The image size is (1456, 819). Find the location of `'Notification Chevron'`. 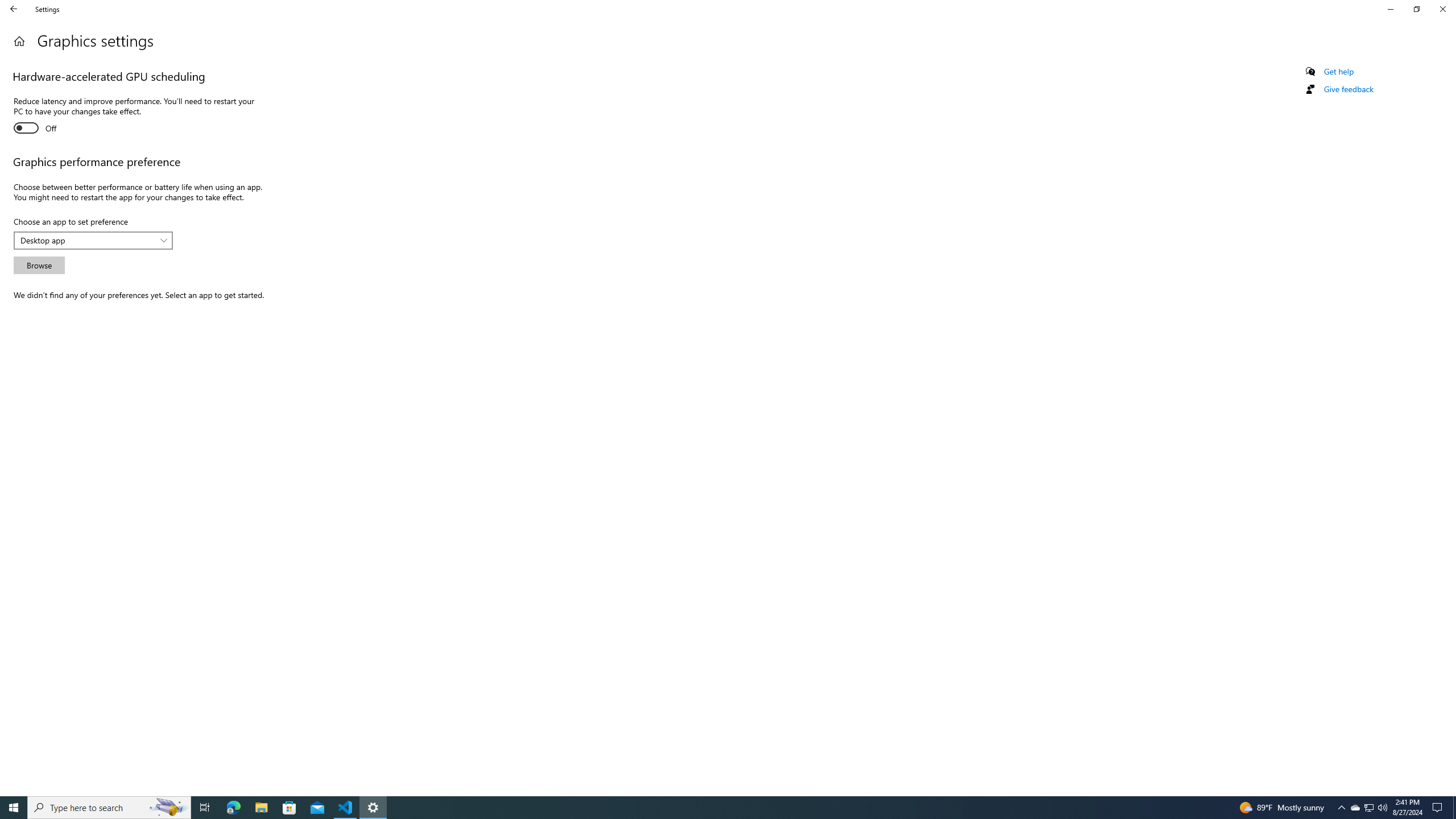

'Notification Chevron' is located at coordinates (1342, 806).